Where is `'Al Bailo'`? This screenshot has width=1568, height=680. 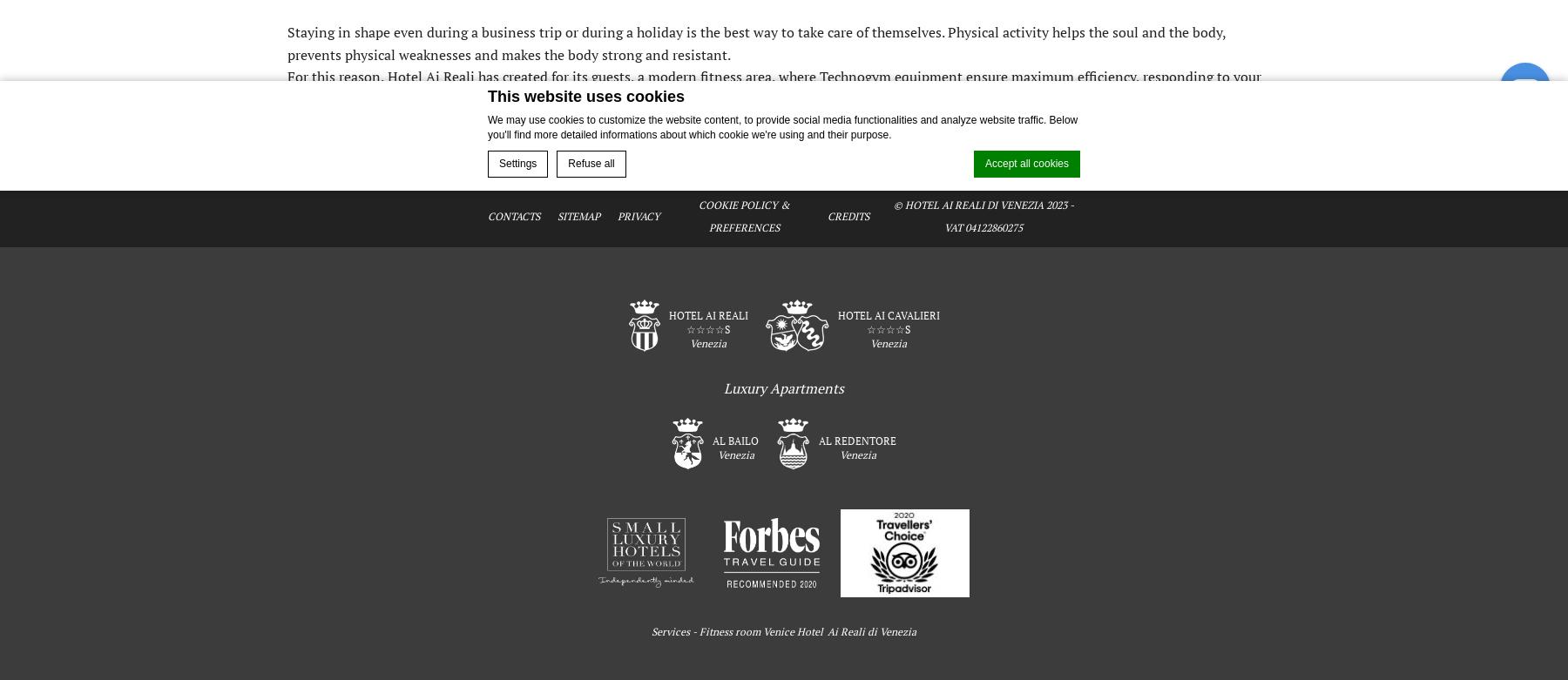
'Al Bailo' is located at coordinates (712, 439).